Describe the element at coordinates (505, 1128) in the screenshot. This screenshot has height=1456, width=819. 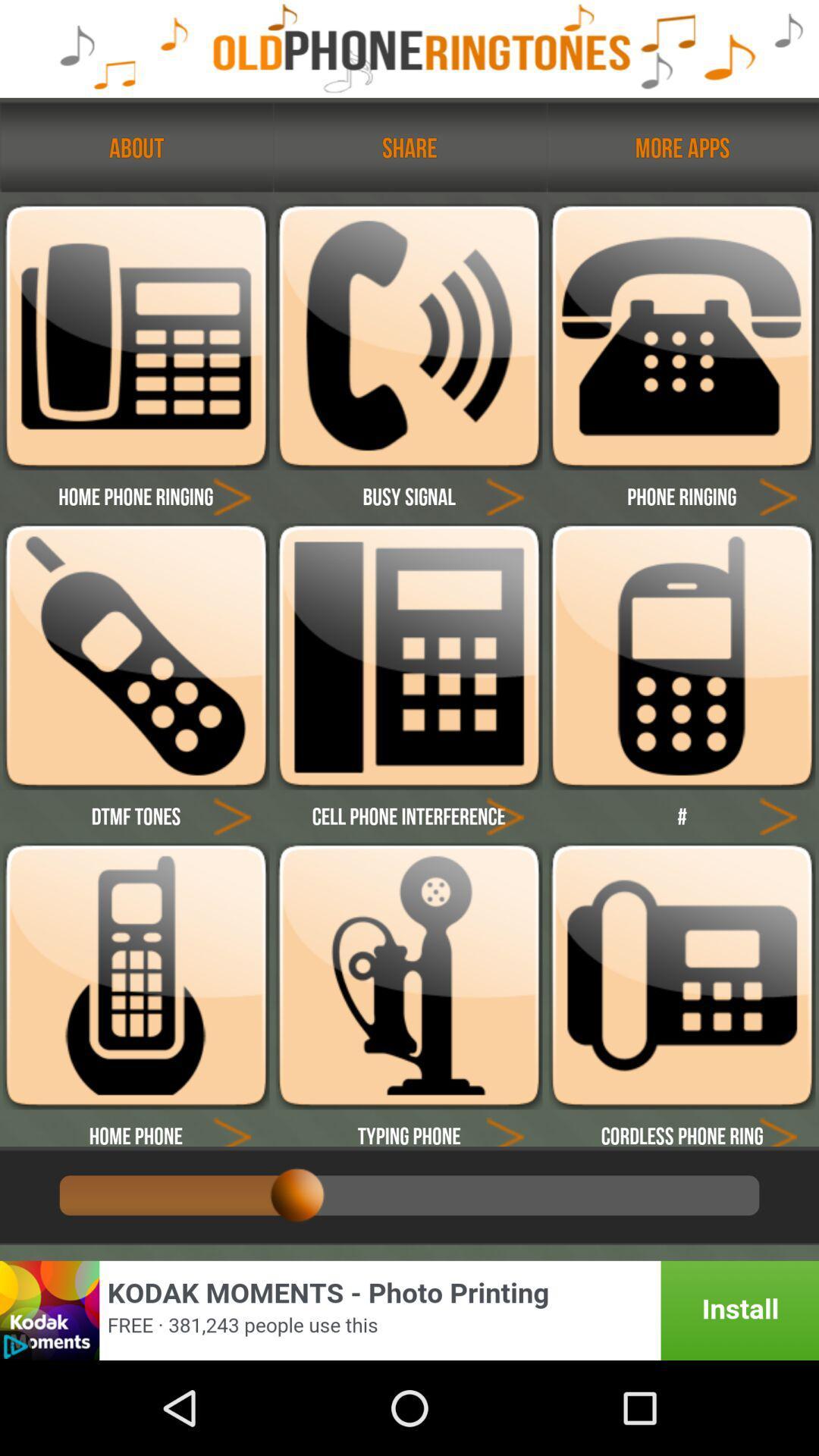
I see `the icon arrow` at that location.